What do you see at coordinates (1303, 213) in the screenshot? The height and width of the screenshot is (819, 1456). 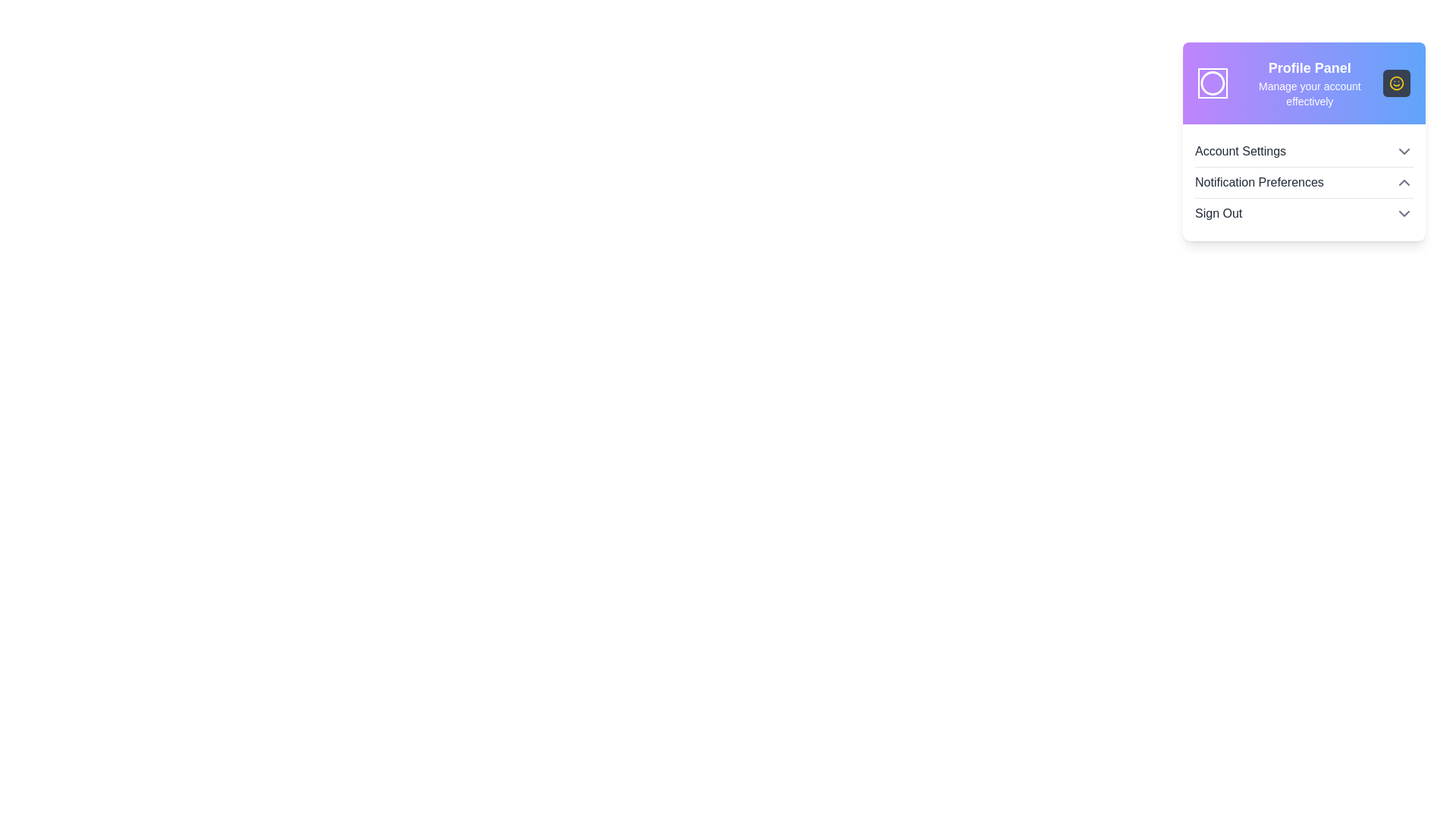 I see `the logout button located in the dropdown profile menu, positioned below 'Notification Preferences', to log out or show confirmation options` at bounding box center [1303, 213].